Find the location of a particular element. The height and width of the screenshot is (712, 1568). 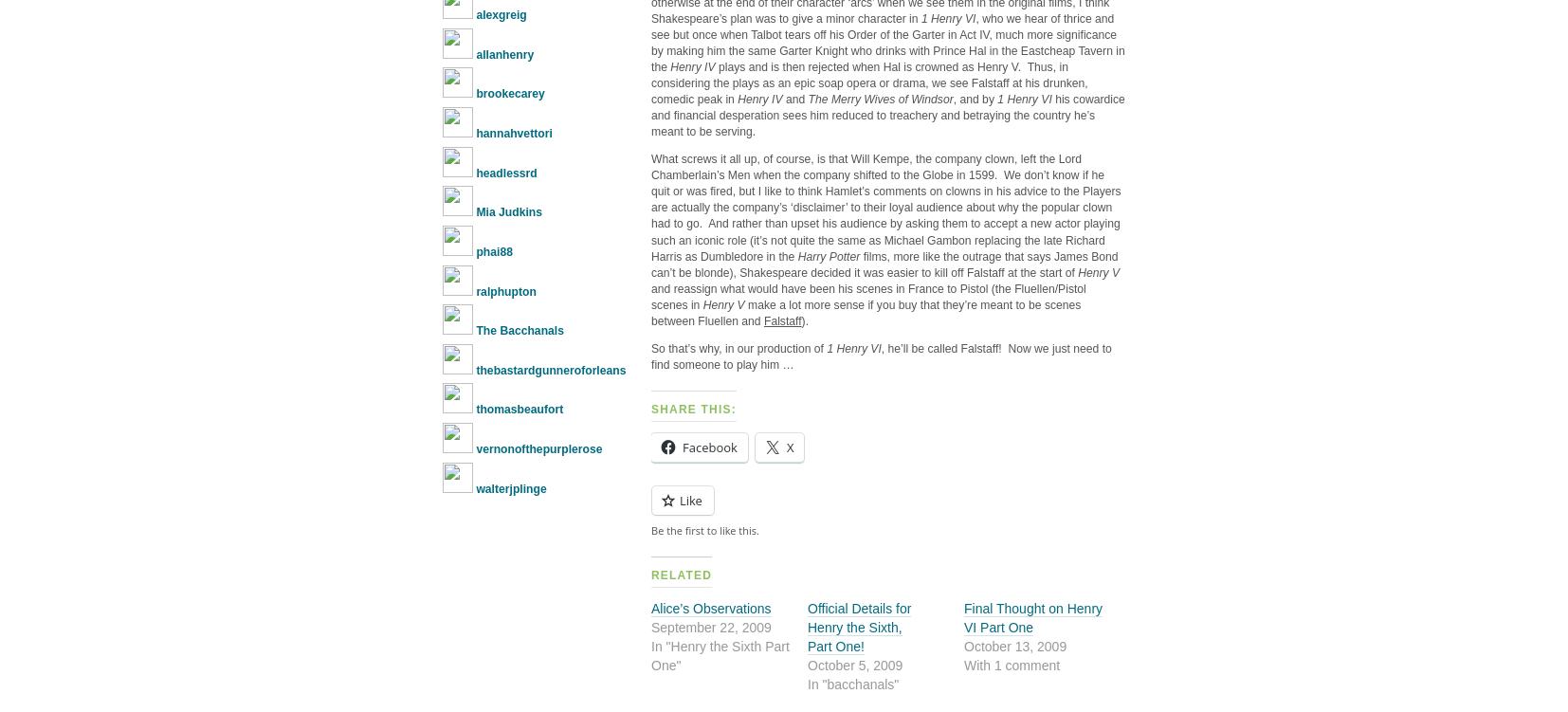

'ralphupton' is located at coordinates (475, 291).